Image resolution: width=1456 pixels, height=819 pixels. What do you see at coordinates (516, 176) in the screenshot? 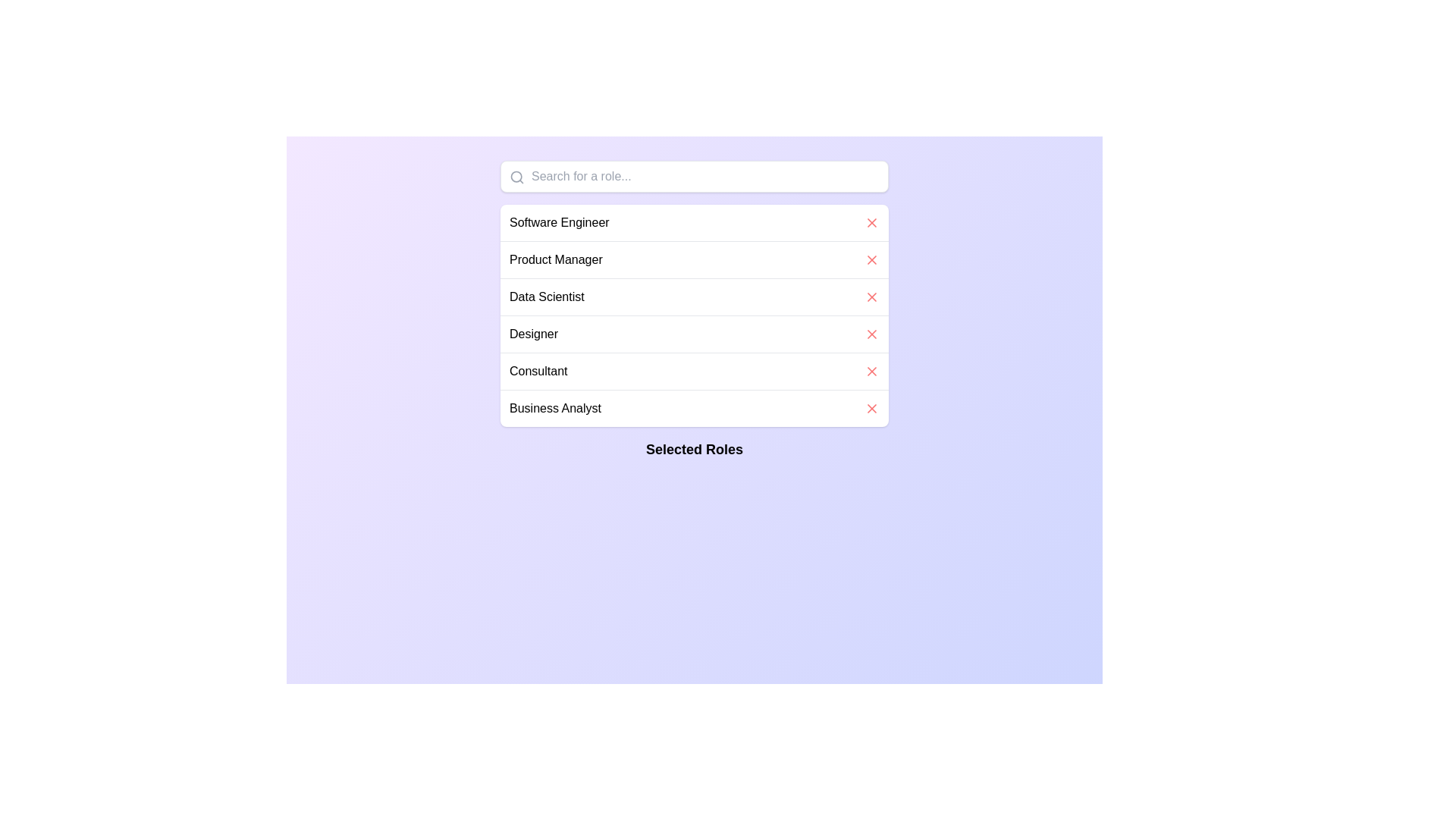
I see `the circle element of the magnifying glass icon located to the top left of the search bar labeled 'Search for a role...'` at bounding box center [516, 176].